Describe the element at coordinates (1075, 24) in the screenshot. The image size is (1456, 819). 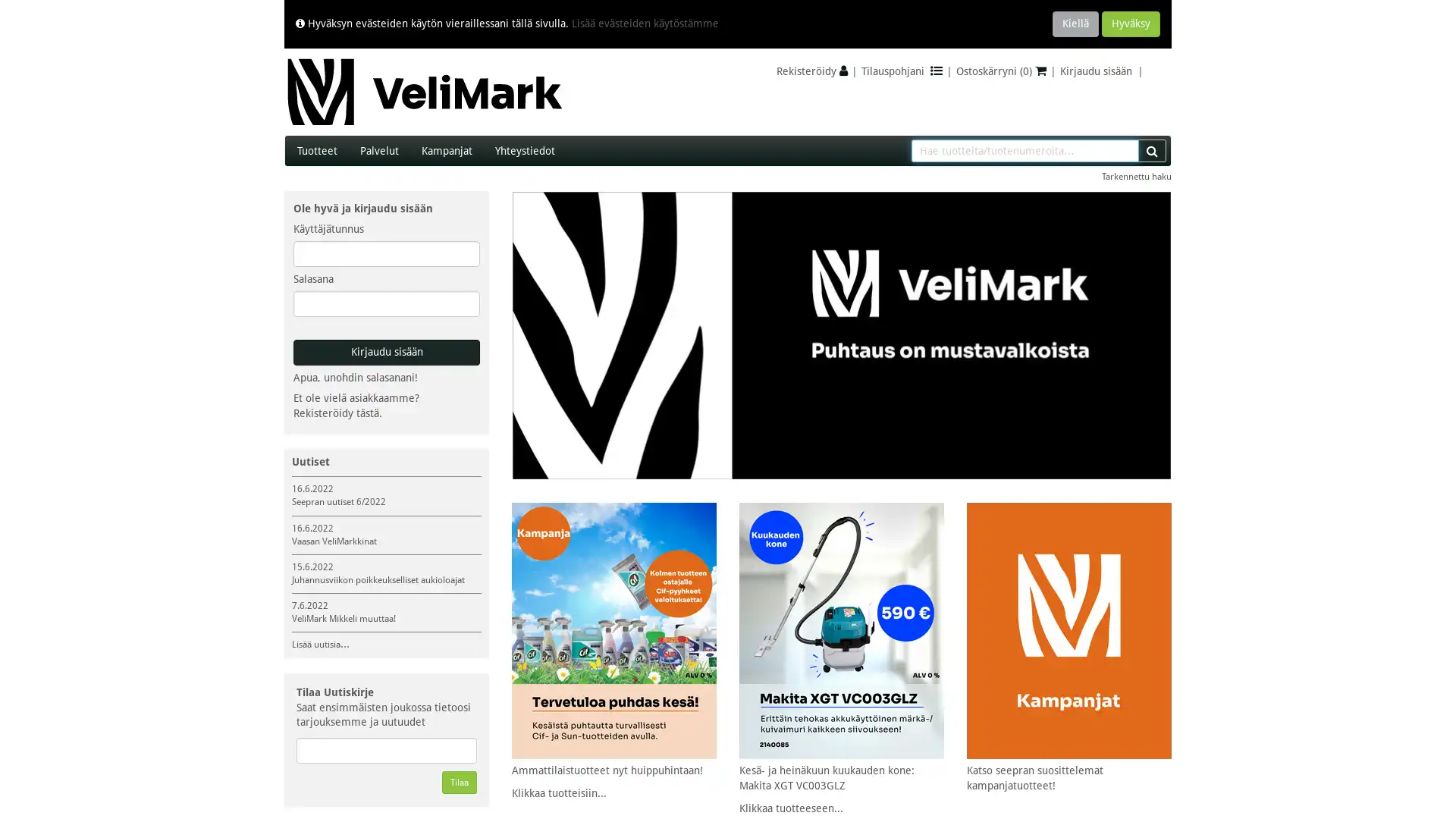
I see `Kiella` at that location.